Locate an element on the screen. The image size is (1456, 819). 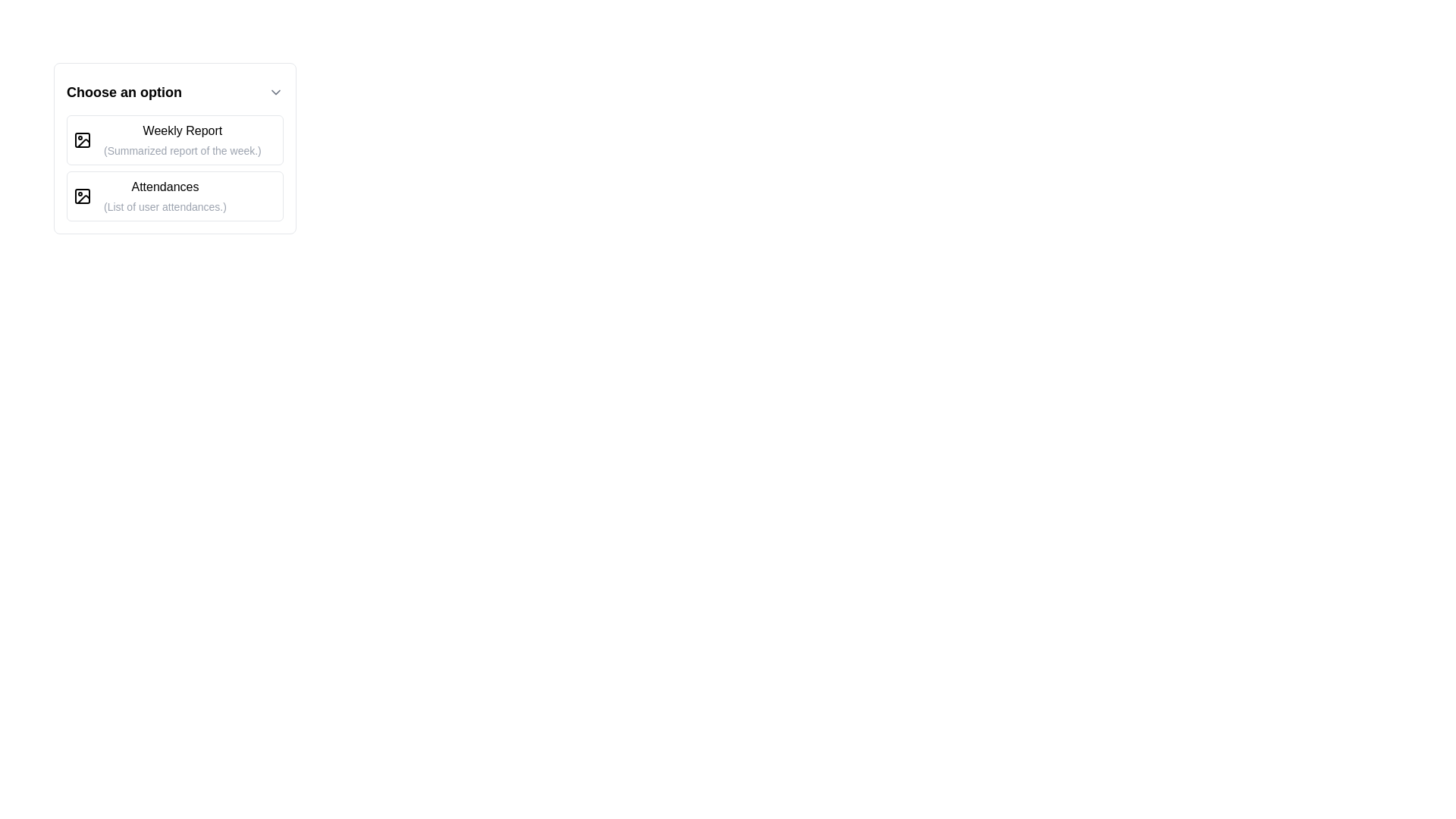
the title text reading 'Weekly Report' which is positioned in the upper-left quadrant of the interface within the option block is located at coordinates (182, 130).